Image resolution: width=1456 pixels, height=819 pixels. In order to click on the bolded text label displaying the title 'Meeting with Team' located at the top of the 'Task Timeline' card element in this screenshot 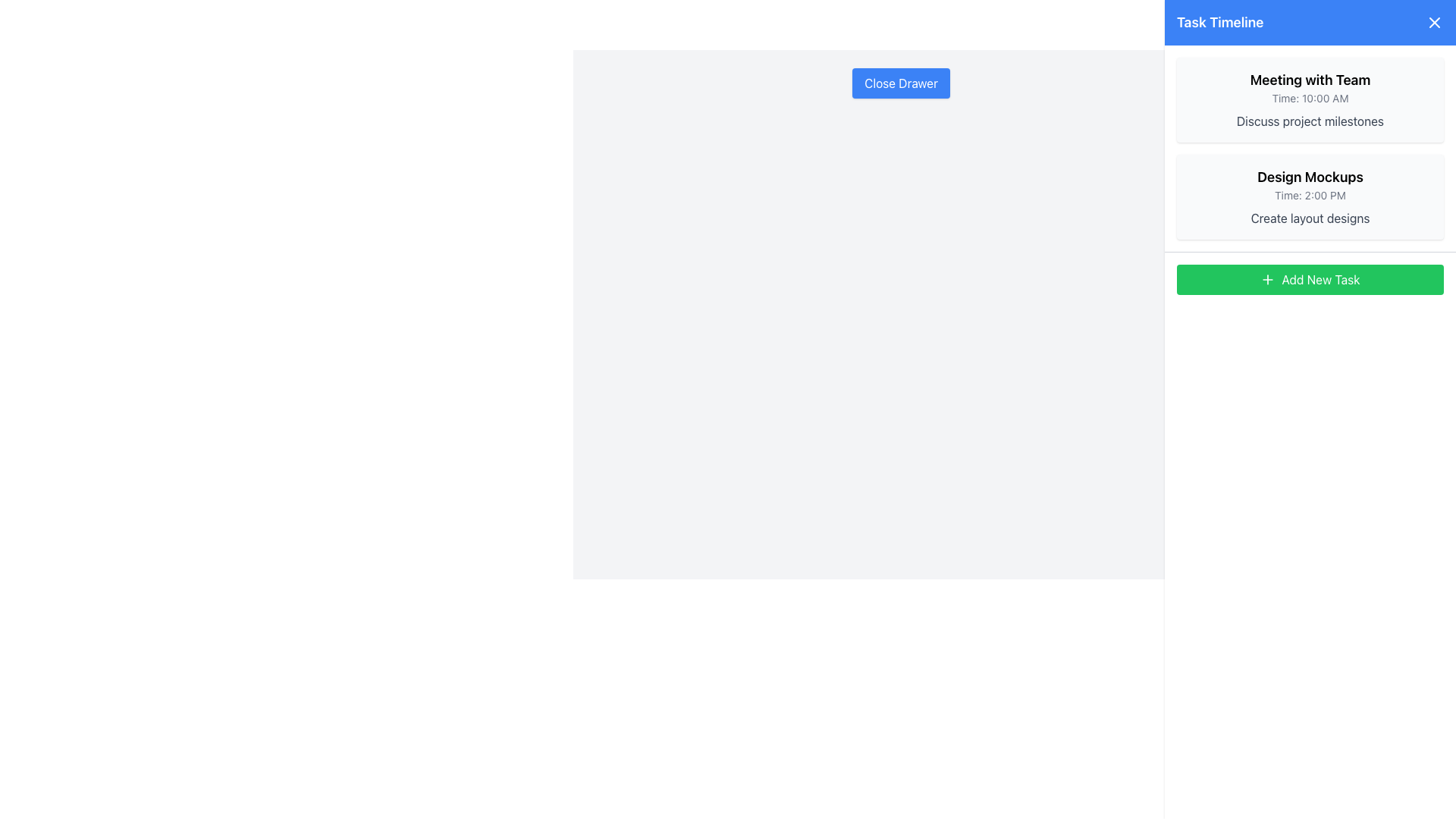, I will do `click(1310, 80)`.